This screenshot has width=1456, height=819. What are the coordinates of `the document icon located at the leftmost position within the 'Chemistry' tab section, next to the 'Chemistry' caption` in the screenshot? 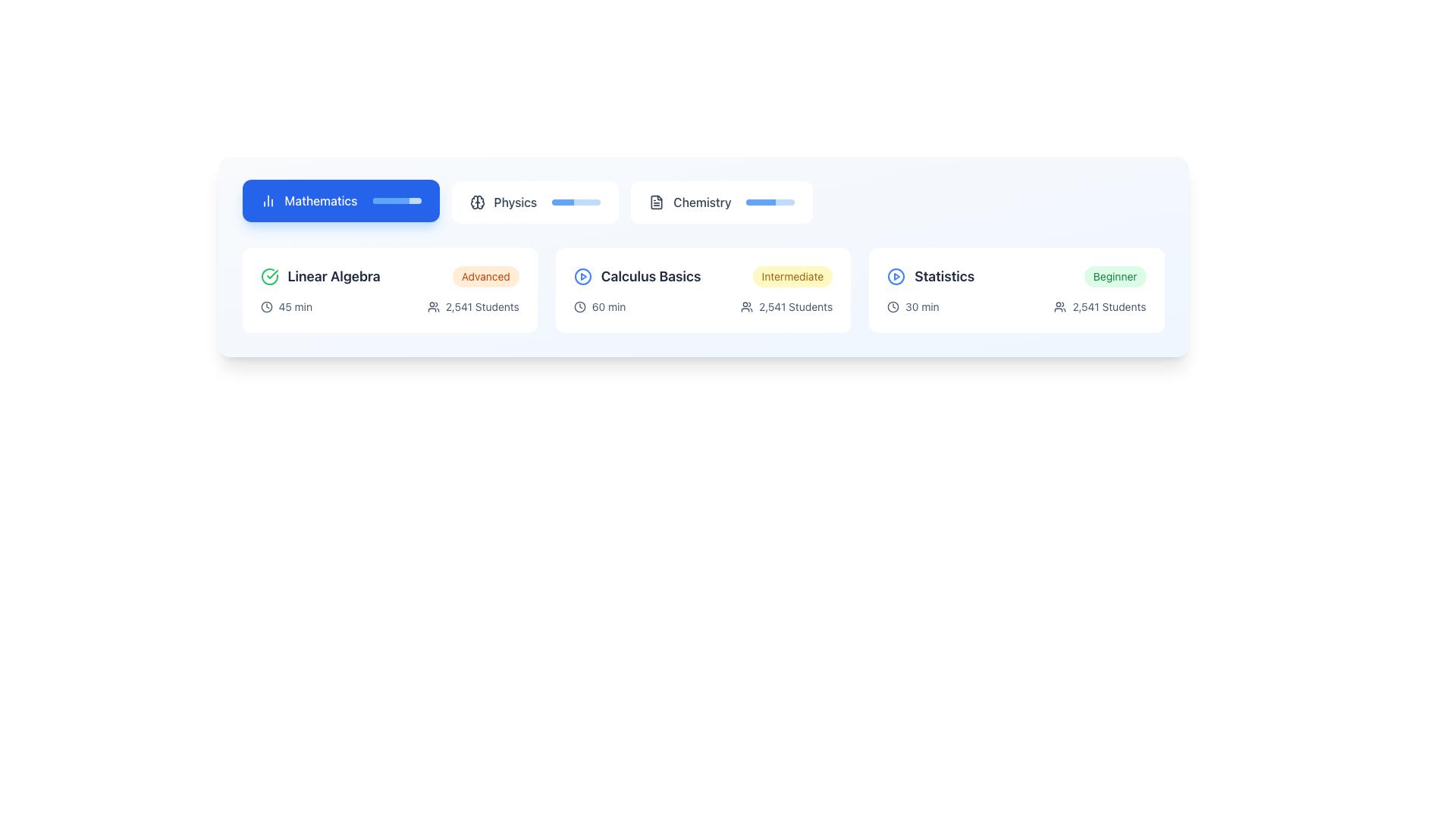 It's located at (657, 201).